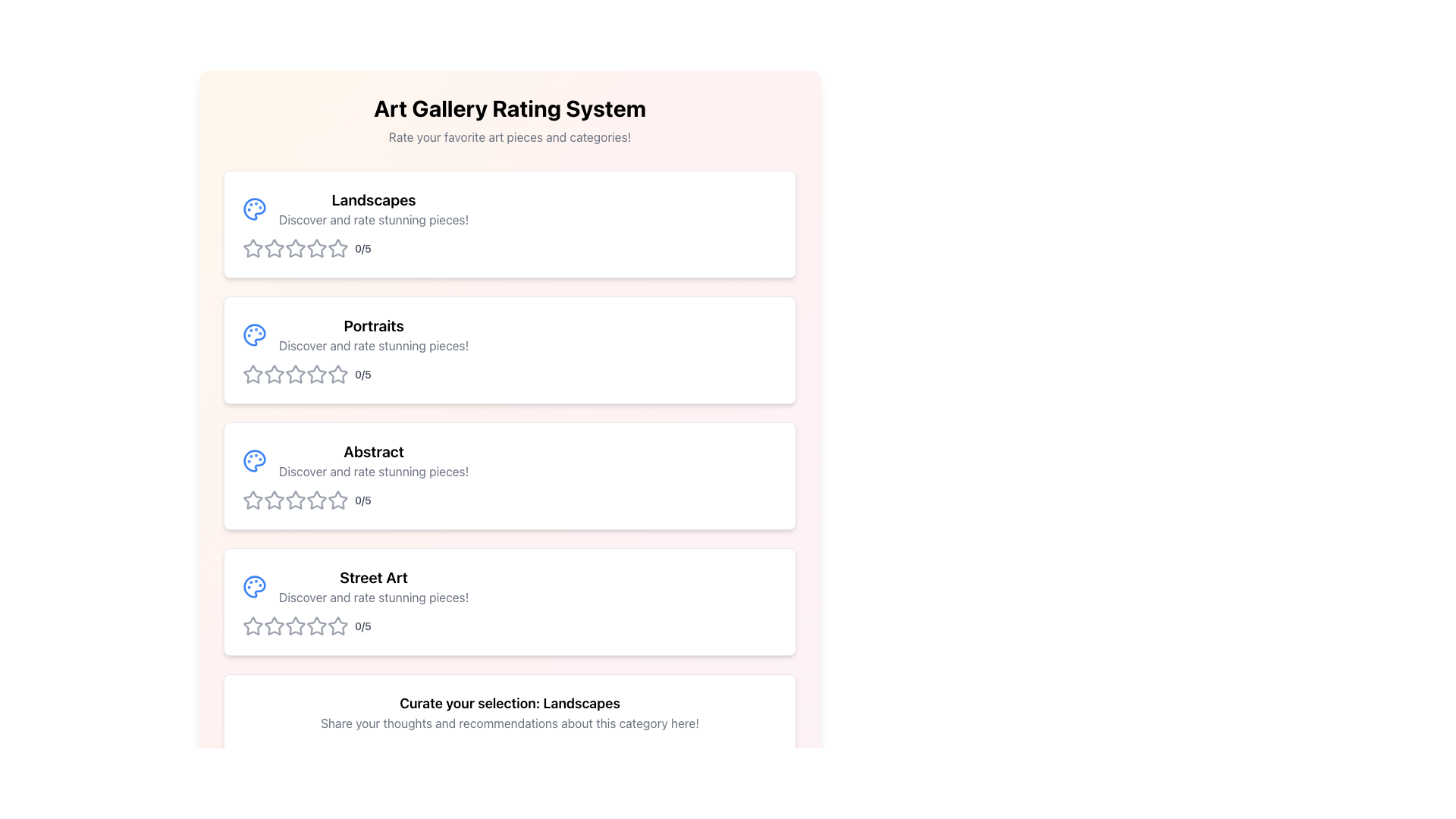 Image resolution: width=1456 pixels, height=819 pixels. Describe the element at coordinates (255, 334) in the screenshot. I see `the 'Portraits' category icon located within the second card, positioned to the left of the card's title and description text` at that location.